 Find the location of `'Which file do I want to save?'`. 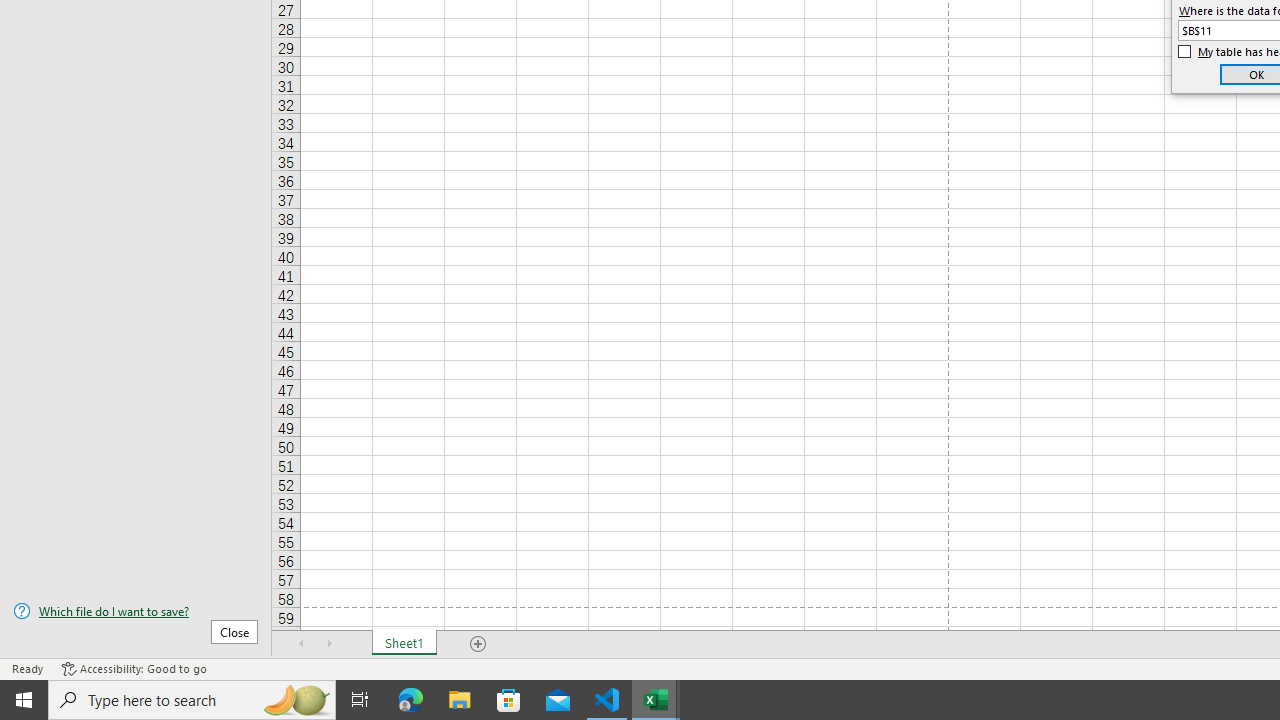

'Which file do I want to save?' is located at coordinates (135, 610).